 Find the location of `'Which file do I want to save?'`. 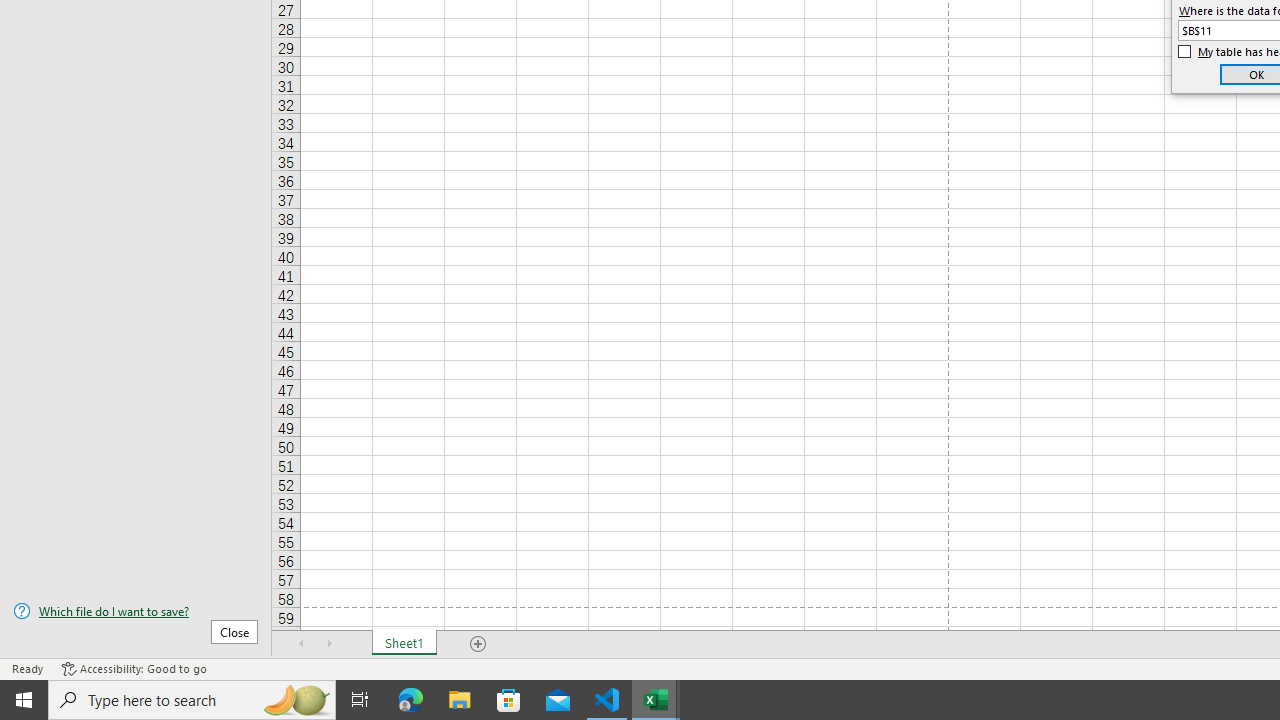

'Which file do I want to save?' is located at coordinates (135, 610).